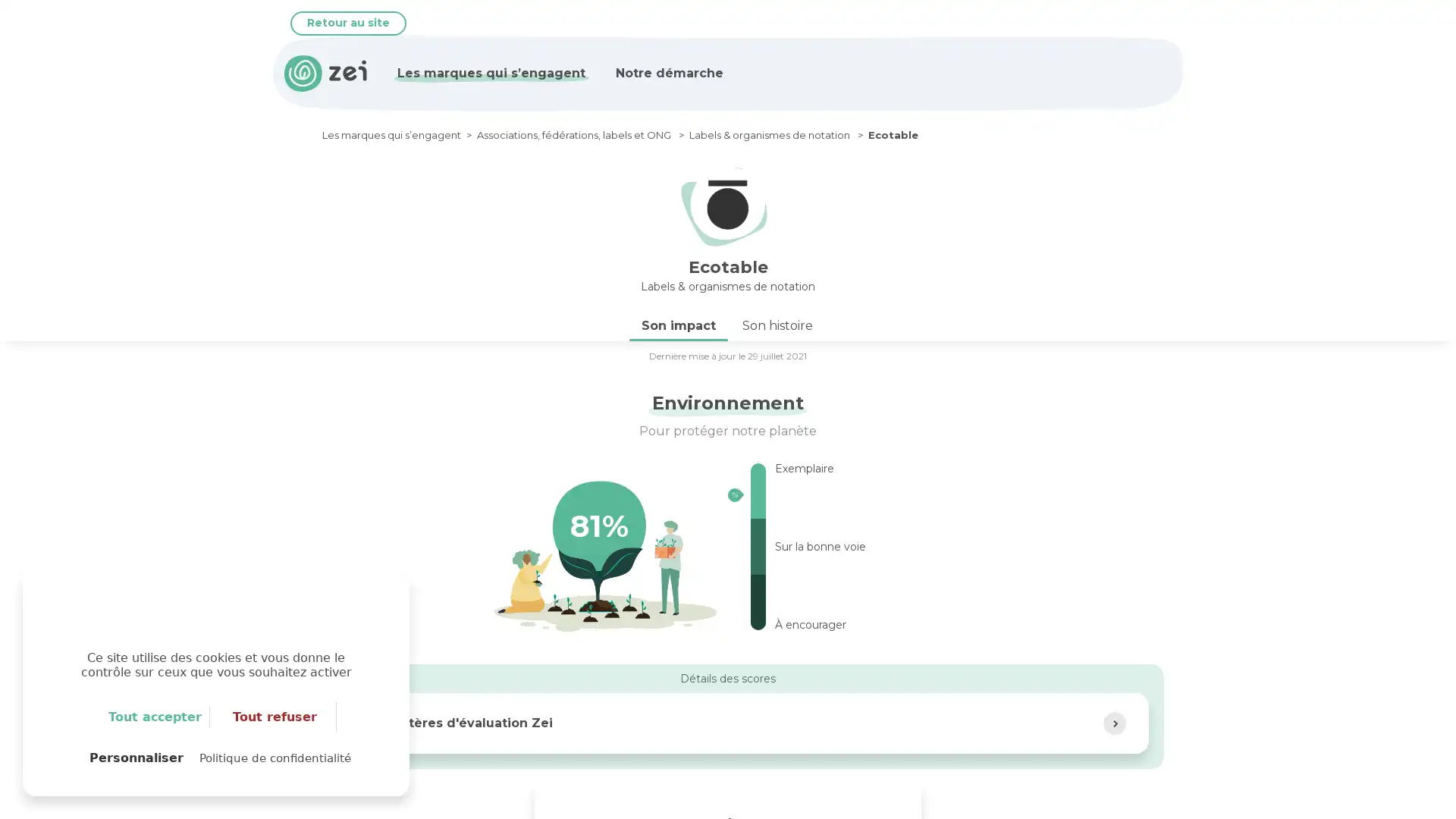  What do you see at coordinates (677, 324) in the screenshot?
I see `Son impact` at bounding box center [677, 324].